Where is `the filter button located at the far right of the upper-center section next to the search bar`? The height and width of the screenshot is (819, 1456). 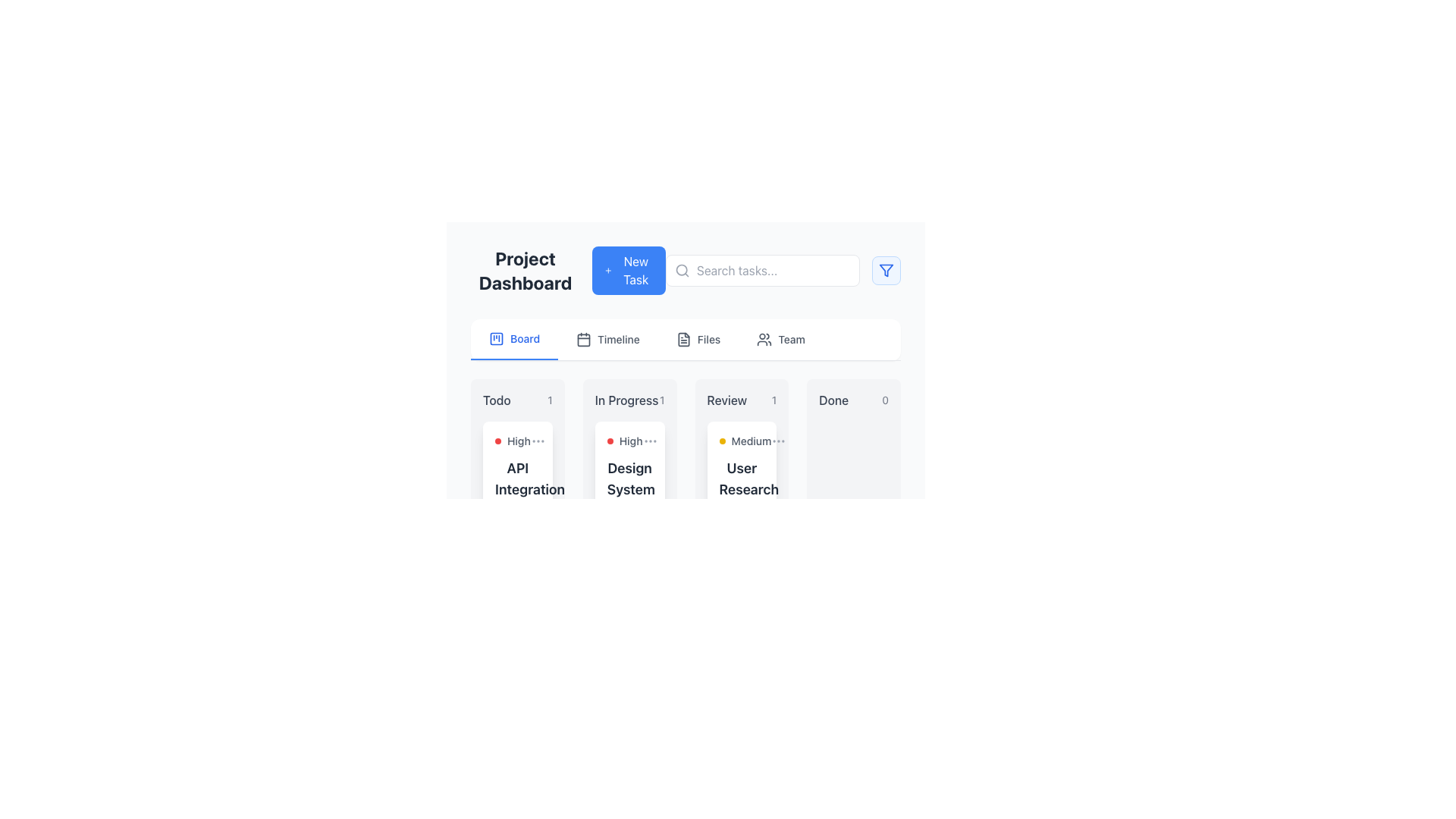 the filter button located at the far right of the upper-center section next to the search bar is located at coordinates (886, 270).